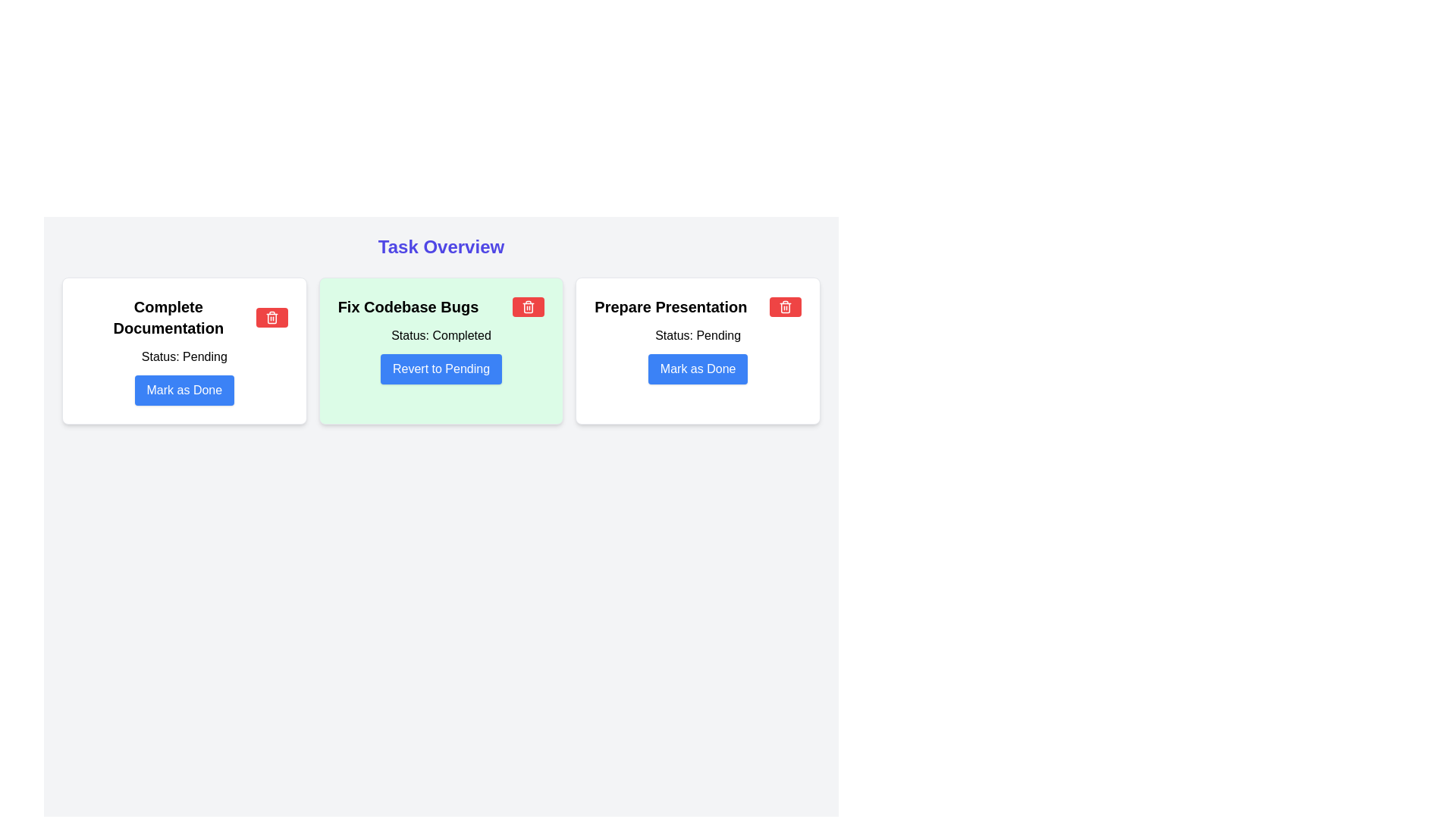  Describe the element at coordinates (271, 318) in the screenshot. I see `the trash can icon represented by the vertical rectangle within the SVG graphics element through tab navigation` at that location.